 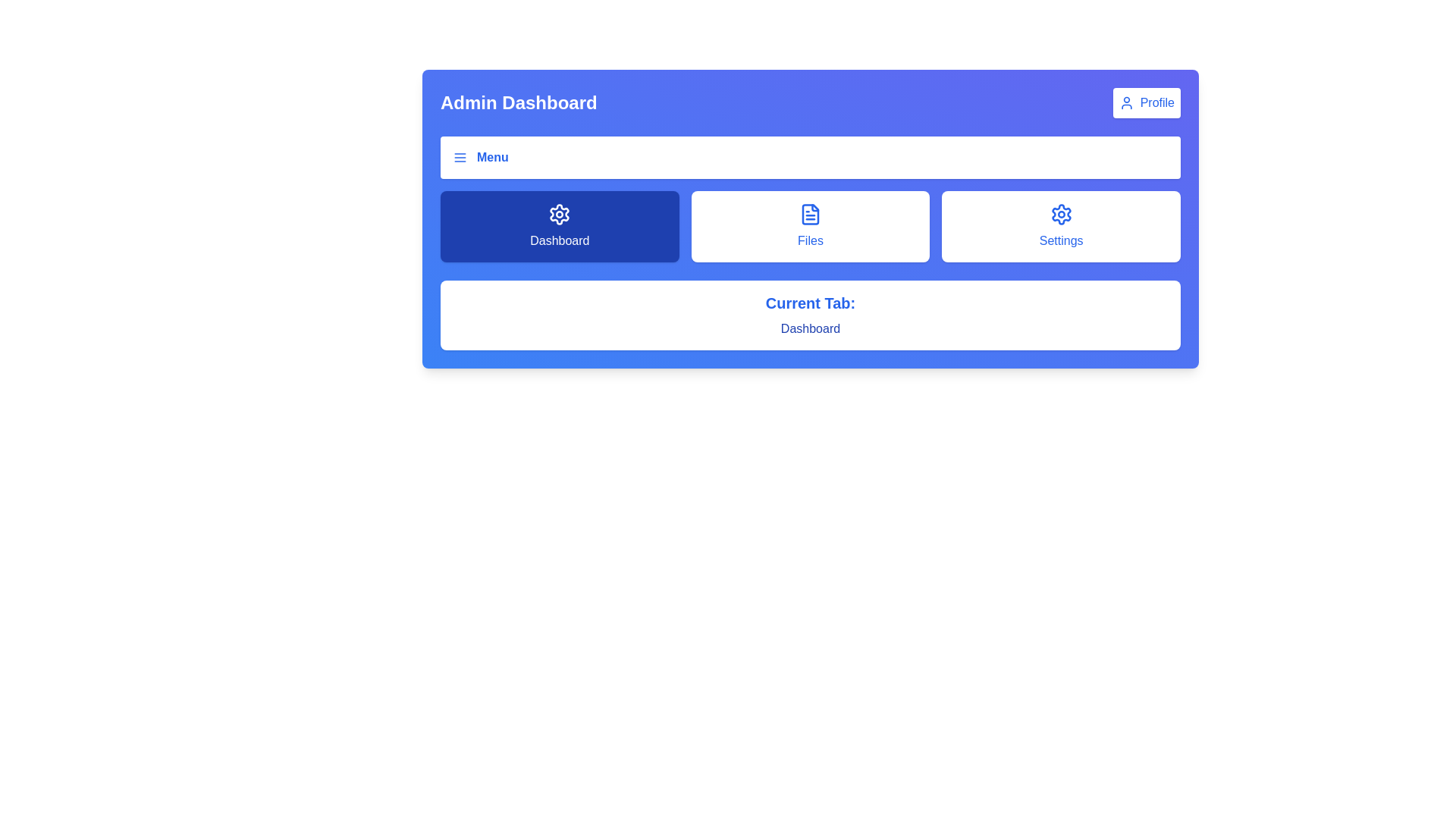 I want to click on the circular gear-shaped icon with a blue stroke outline located within the 'Settings' button, so click(x=1060, y=214).